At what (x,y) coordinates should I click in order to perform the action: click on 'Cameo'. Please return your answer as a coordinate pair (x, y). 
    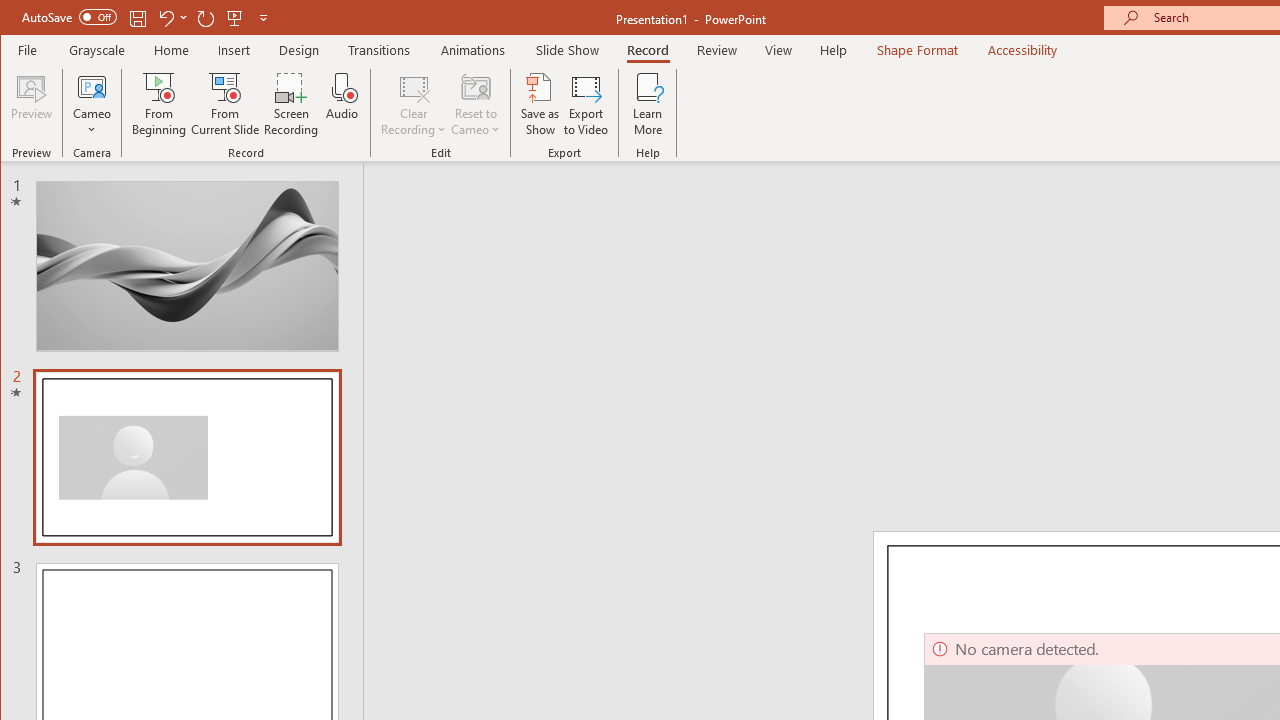
    Looking at the image, I should click on (91, 85).